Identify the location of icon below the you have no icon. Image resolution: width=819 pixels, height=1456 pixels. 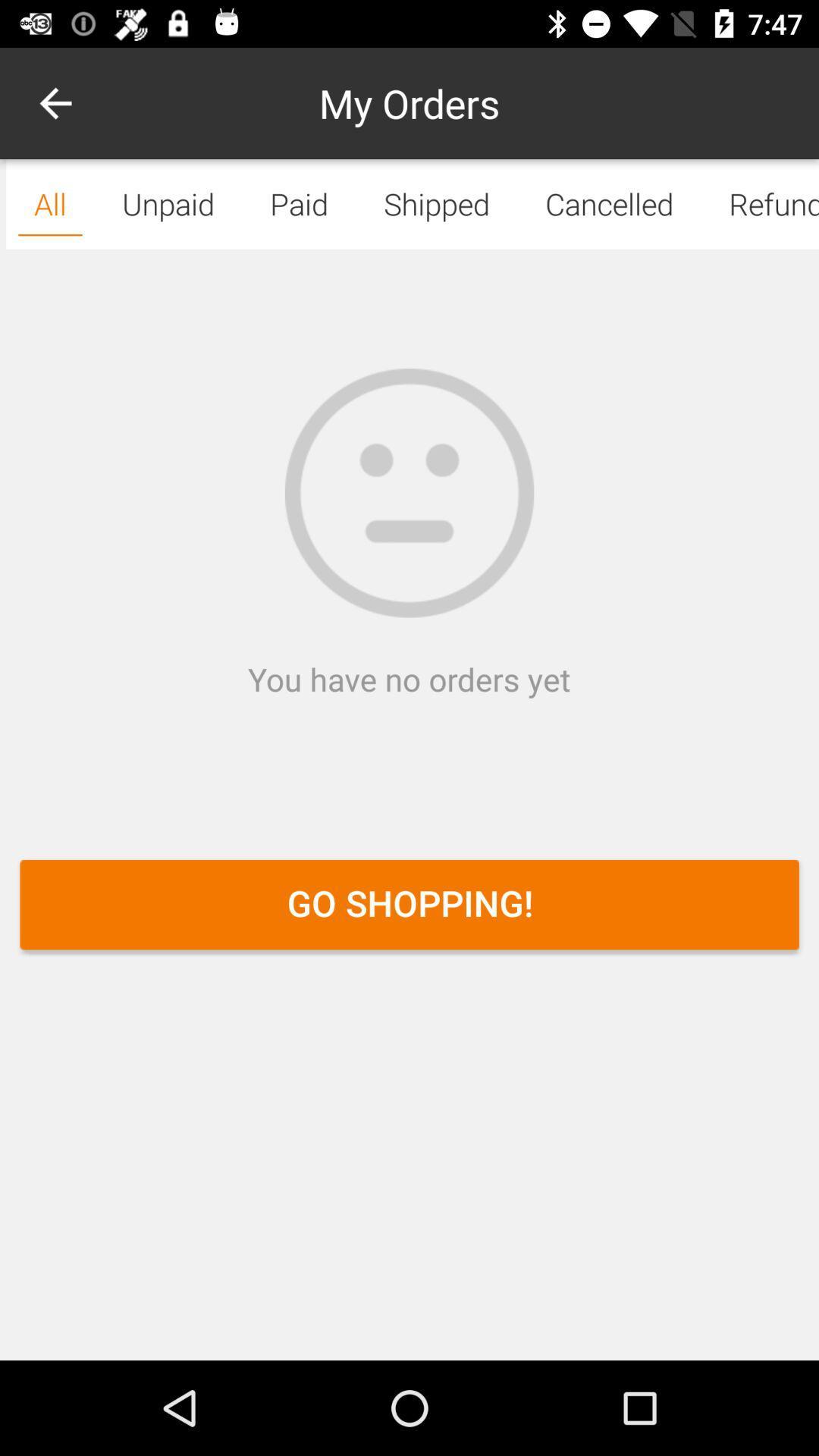
(409, 905).